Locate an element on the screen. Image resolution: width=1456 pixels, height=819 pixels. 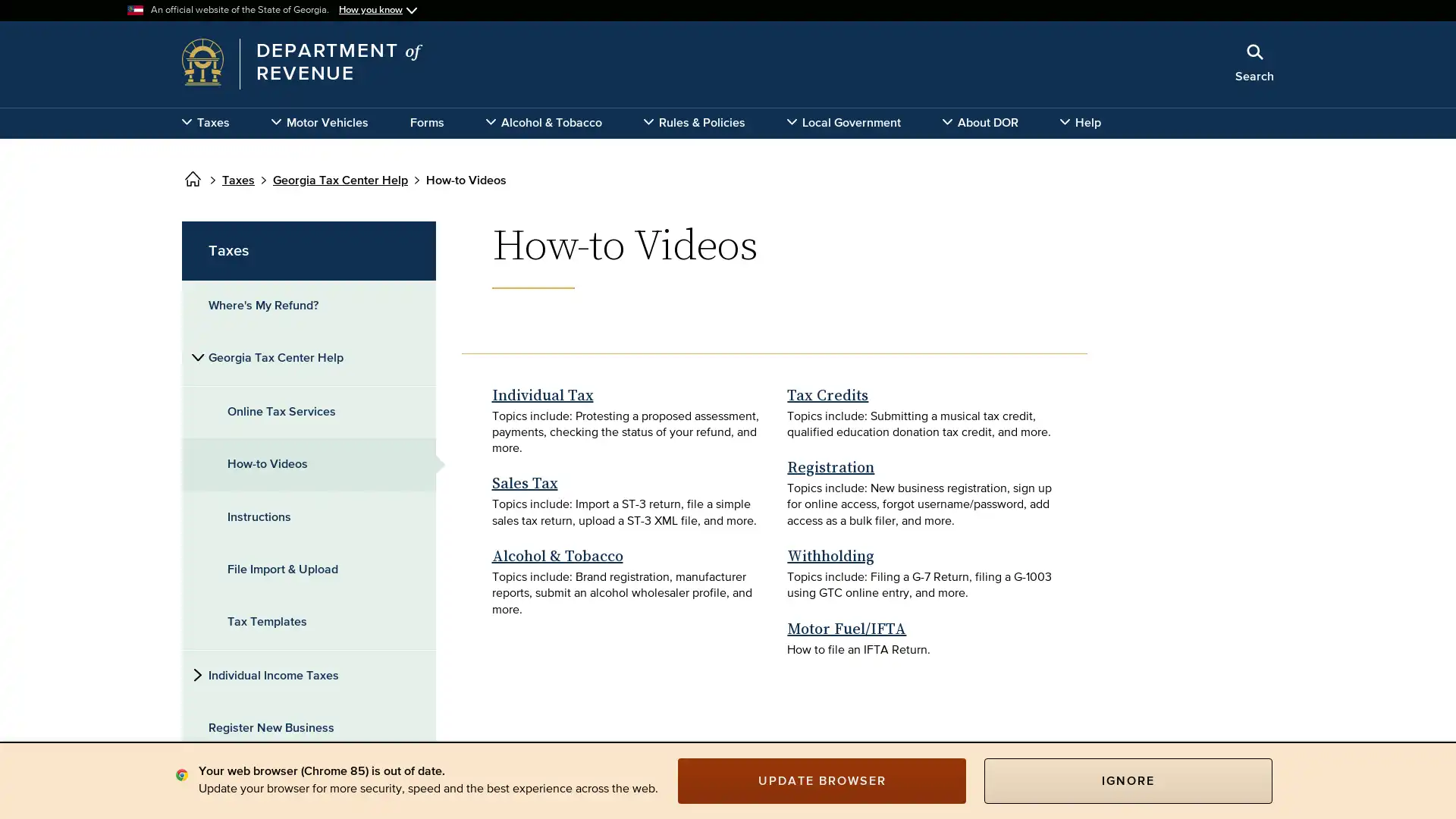
Side subnavigation toggle for 'Individual Income Taxes' is located at coordinates (196, 676).